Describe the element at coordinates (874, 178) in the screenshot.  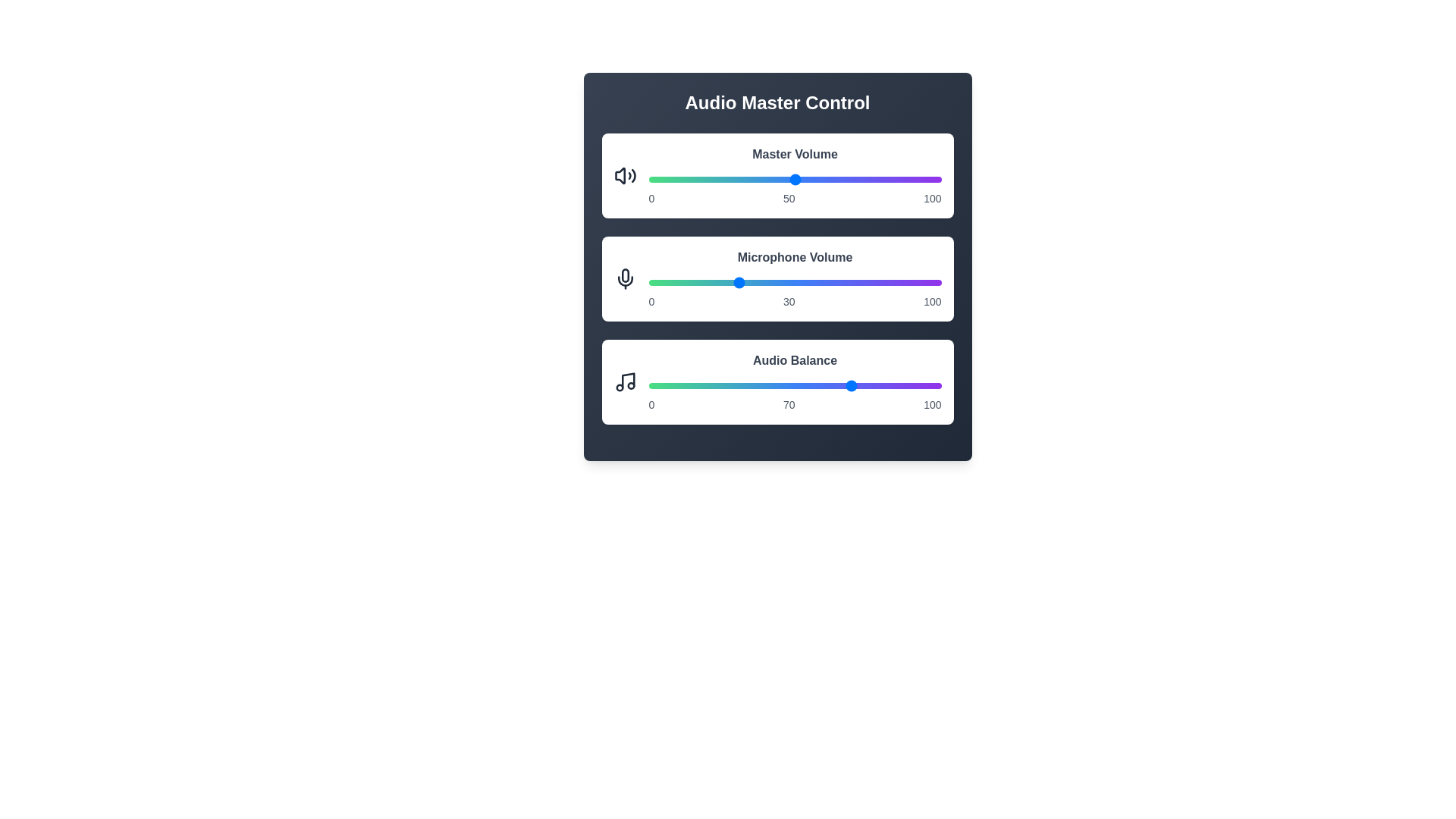
I see `the Master Volume slider to 77%` at that location.